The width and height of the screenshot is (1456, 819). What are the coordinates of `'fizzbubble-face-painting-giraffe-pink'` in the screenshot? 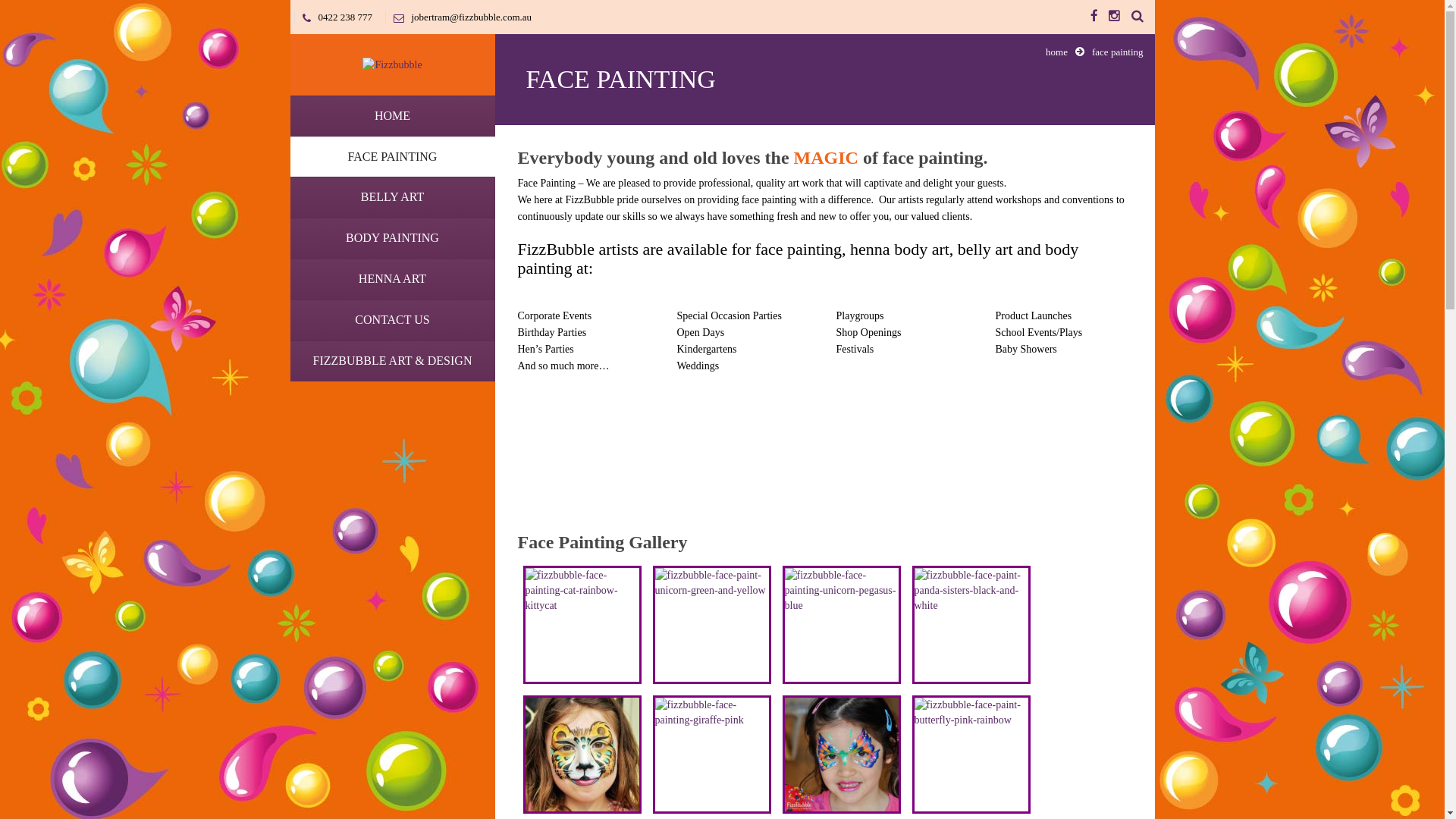 It's located at (711, 755).